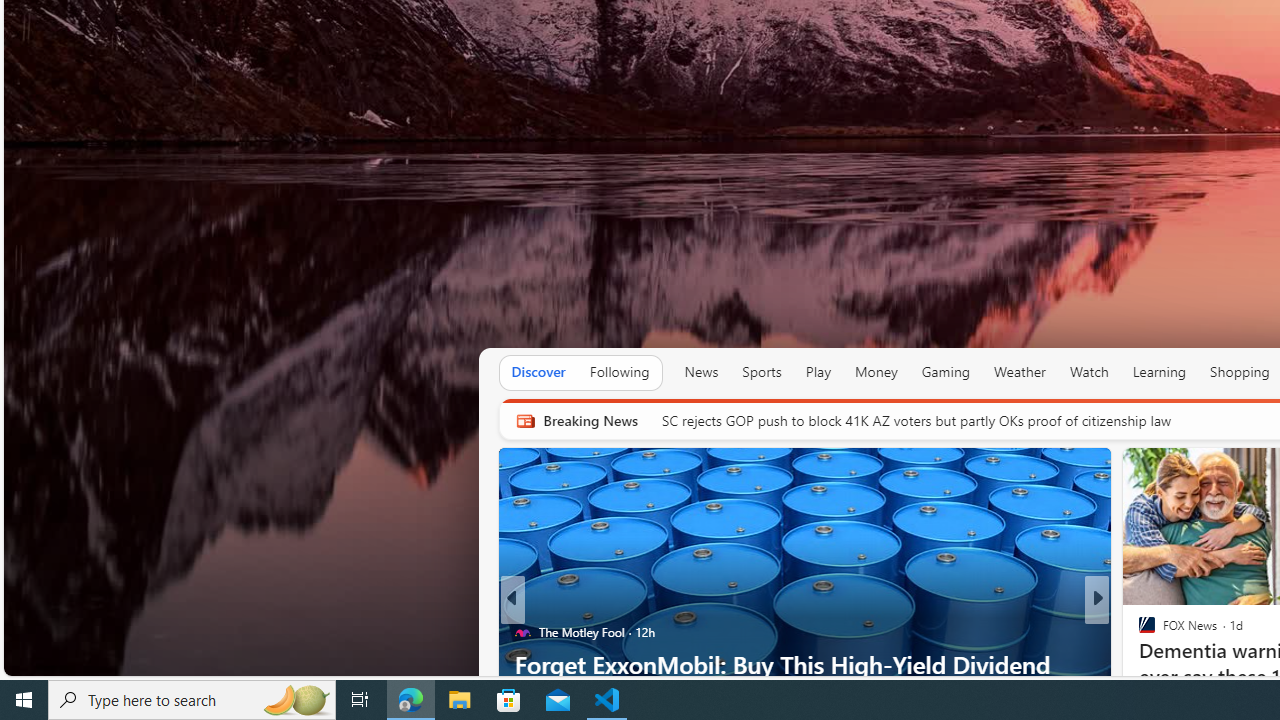  Describe the element at coordinates (1138, 632) in the screenshot. I see `'CNBC'` at that location.